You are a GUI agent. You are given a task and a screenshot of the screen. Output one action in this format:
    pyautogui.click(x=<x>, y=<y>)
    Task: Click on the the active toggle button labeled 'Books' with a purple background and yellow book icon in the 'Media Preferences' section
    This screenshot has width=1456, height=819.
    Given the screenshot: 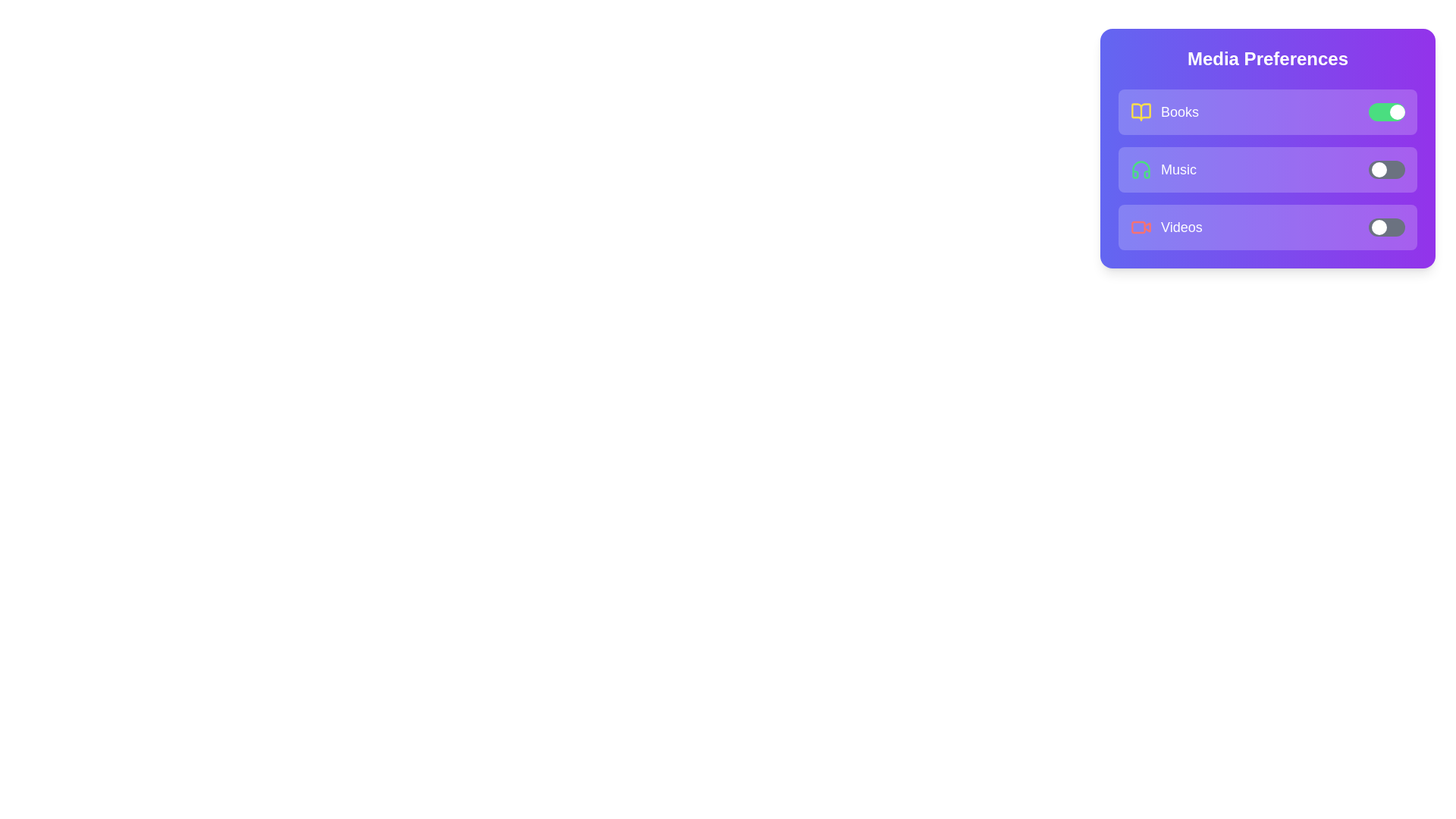 What is the action you would take?
    pyautogui.click(x=1267, y=111)
    